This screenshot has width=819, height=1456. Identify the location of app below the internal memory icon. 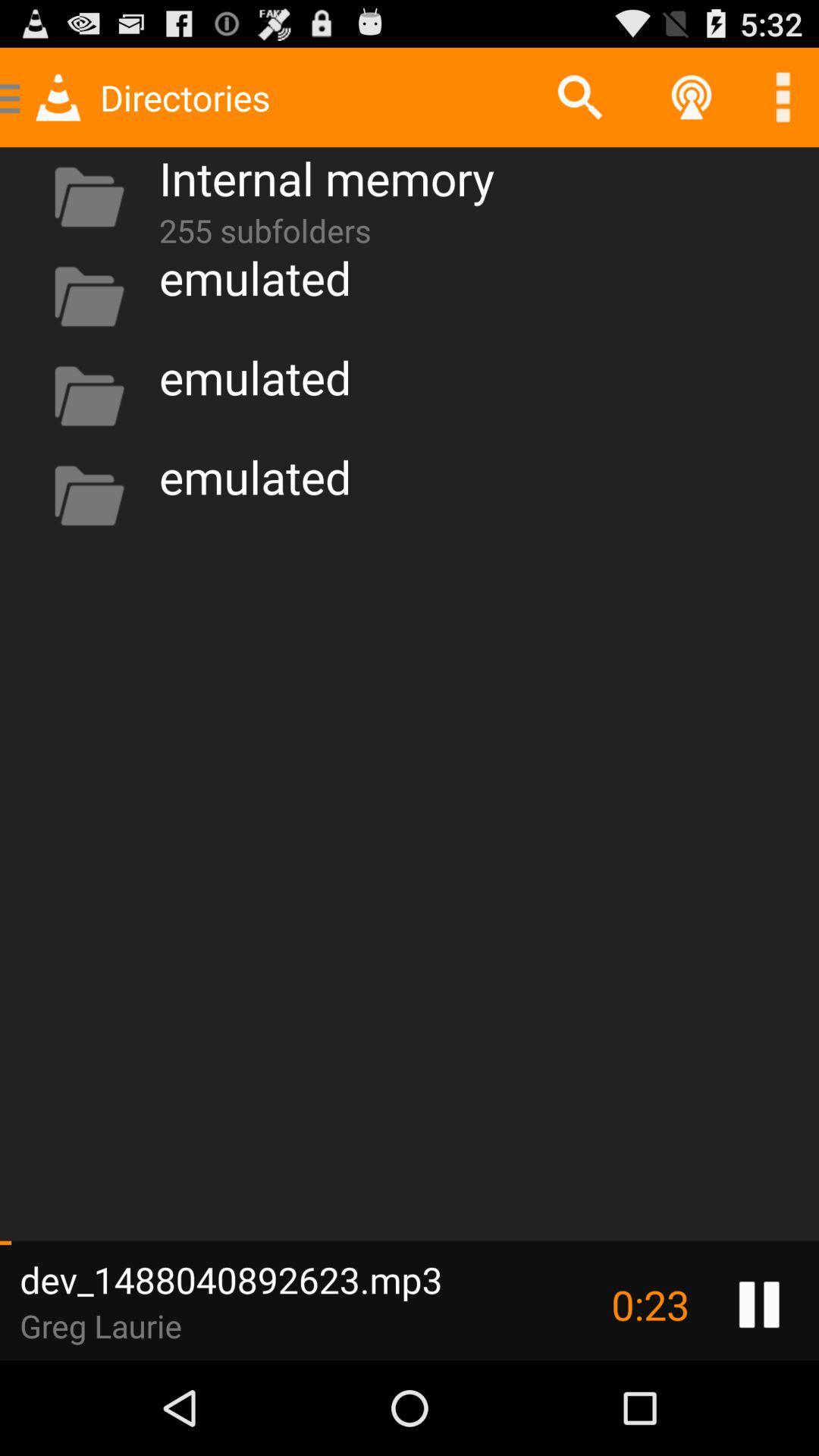
(264, 227).